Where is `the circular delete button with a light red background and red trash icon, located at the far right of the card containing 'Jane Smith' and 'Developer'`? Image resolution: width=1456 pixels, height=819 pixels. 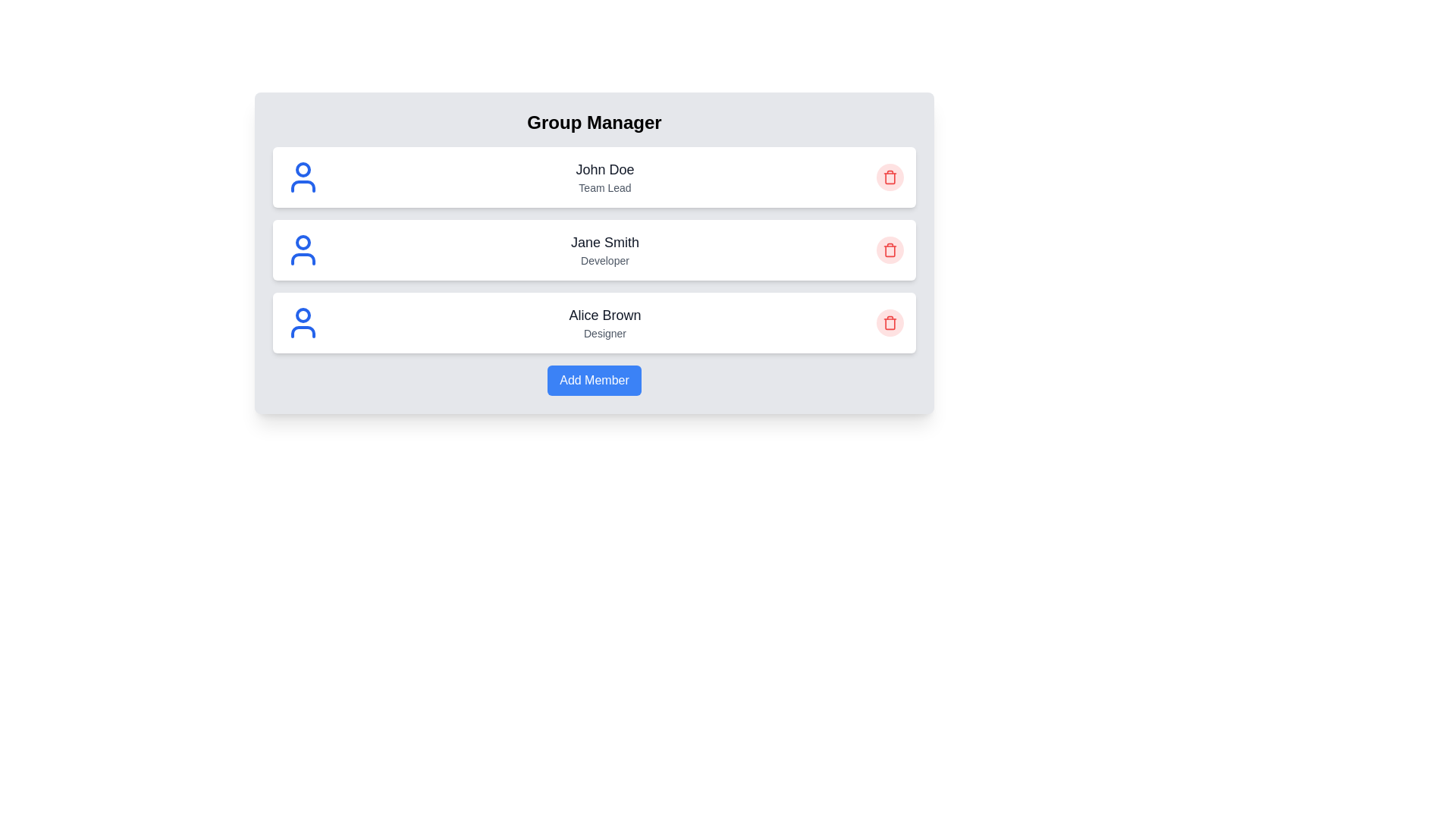 the circular delete button with a light red background and red trash icon, located at the far right of the card containing 'Jane Smith' and 'Developer' is located at coordinates (890, 249).